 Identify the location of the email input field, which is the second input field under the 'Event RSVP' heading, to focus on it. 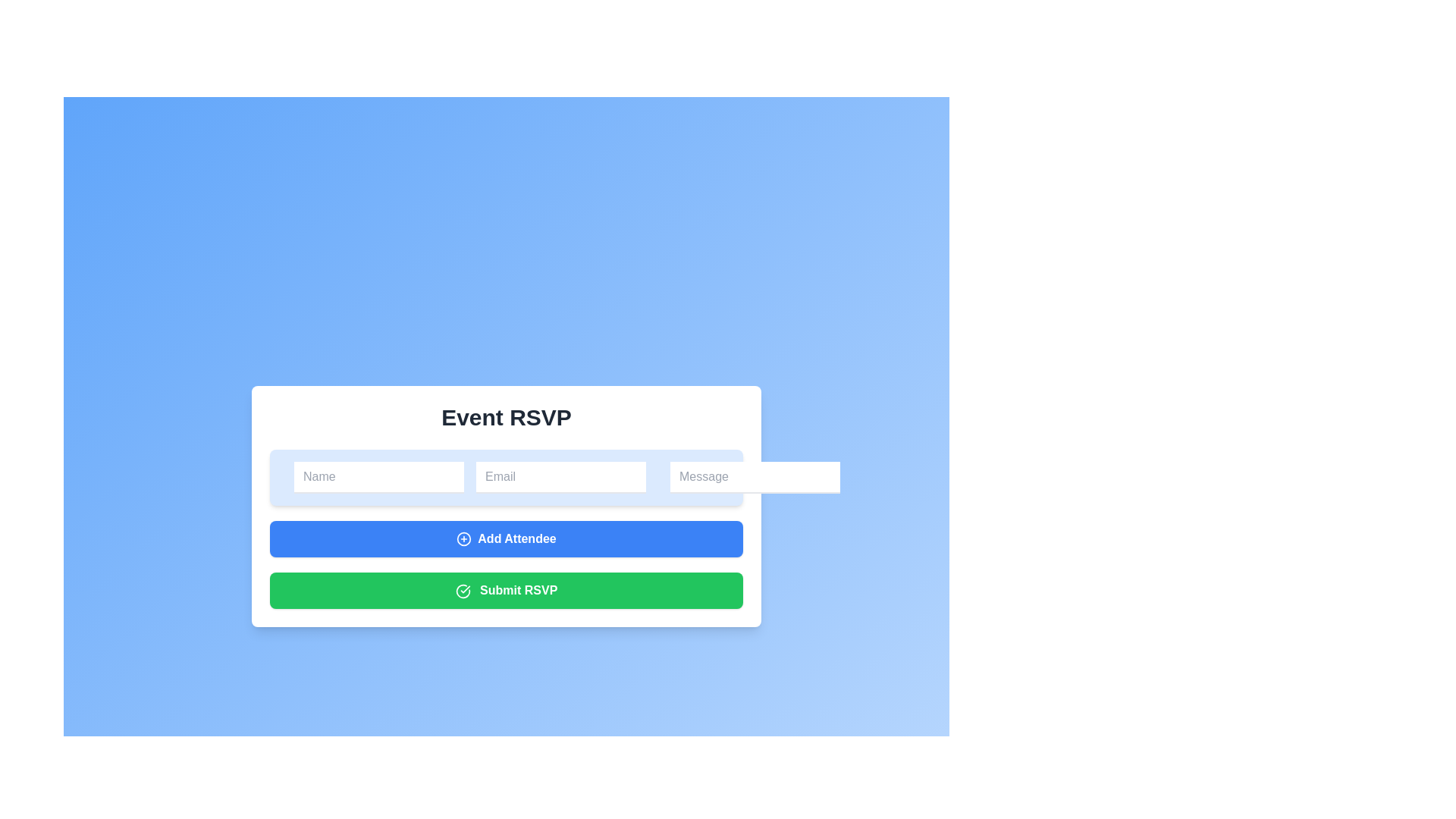
(506, 476).